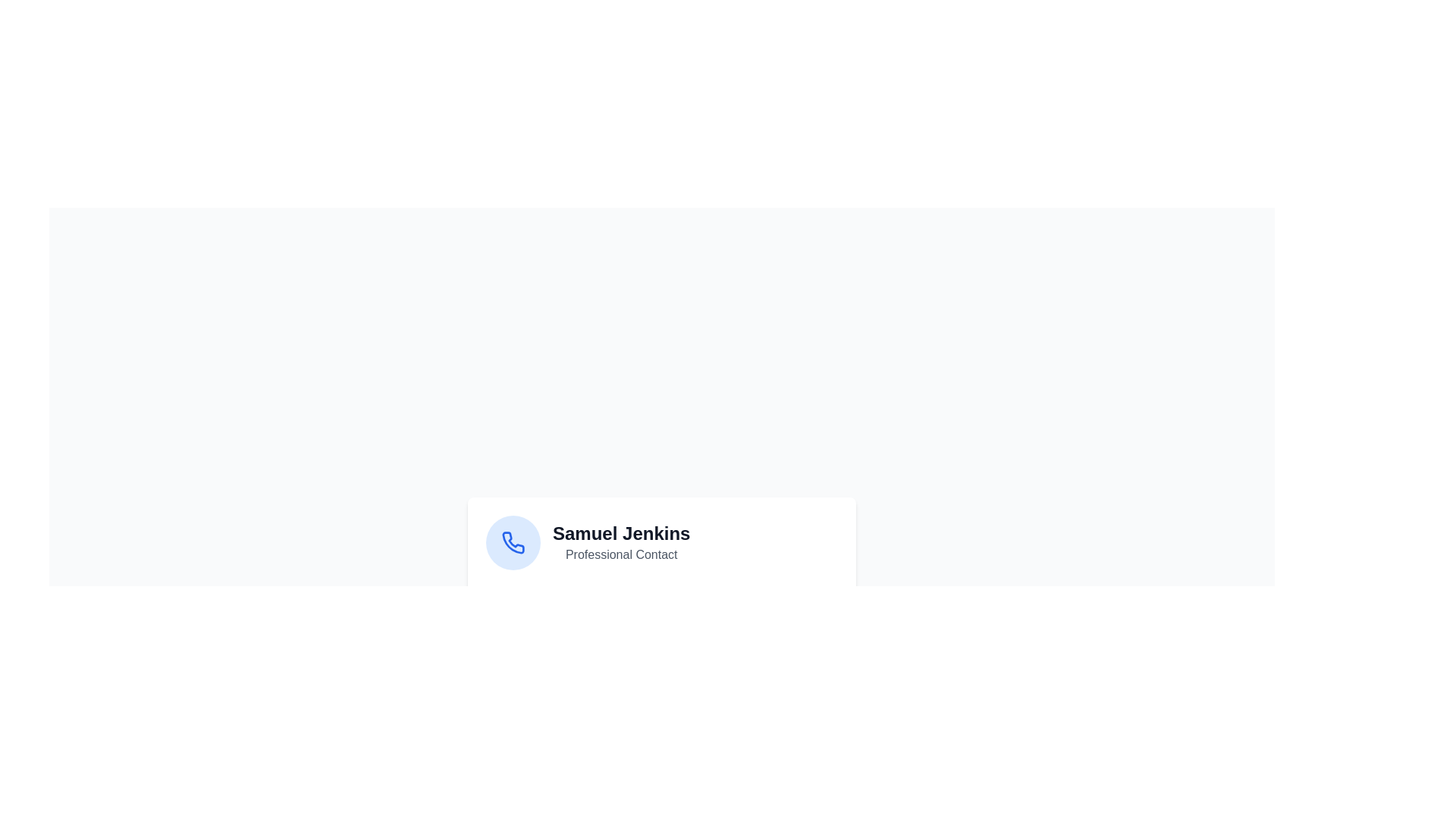  What do you see at coordinates (621, 555) in the screenshot?
I see `the subtitle text located directly underneath 'Samuel Jenkins' within the white card-like section` at bounding box center [621, 555].